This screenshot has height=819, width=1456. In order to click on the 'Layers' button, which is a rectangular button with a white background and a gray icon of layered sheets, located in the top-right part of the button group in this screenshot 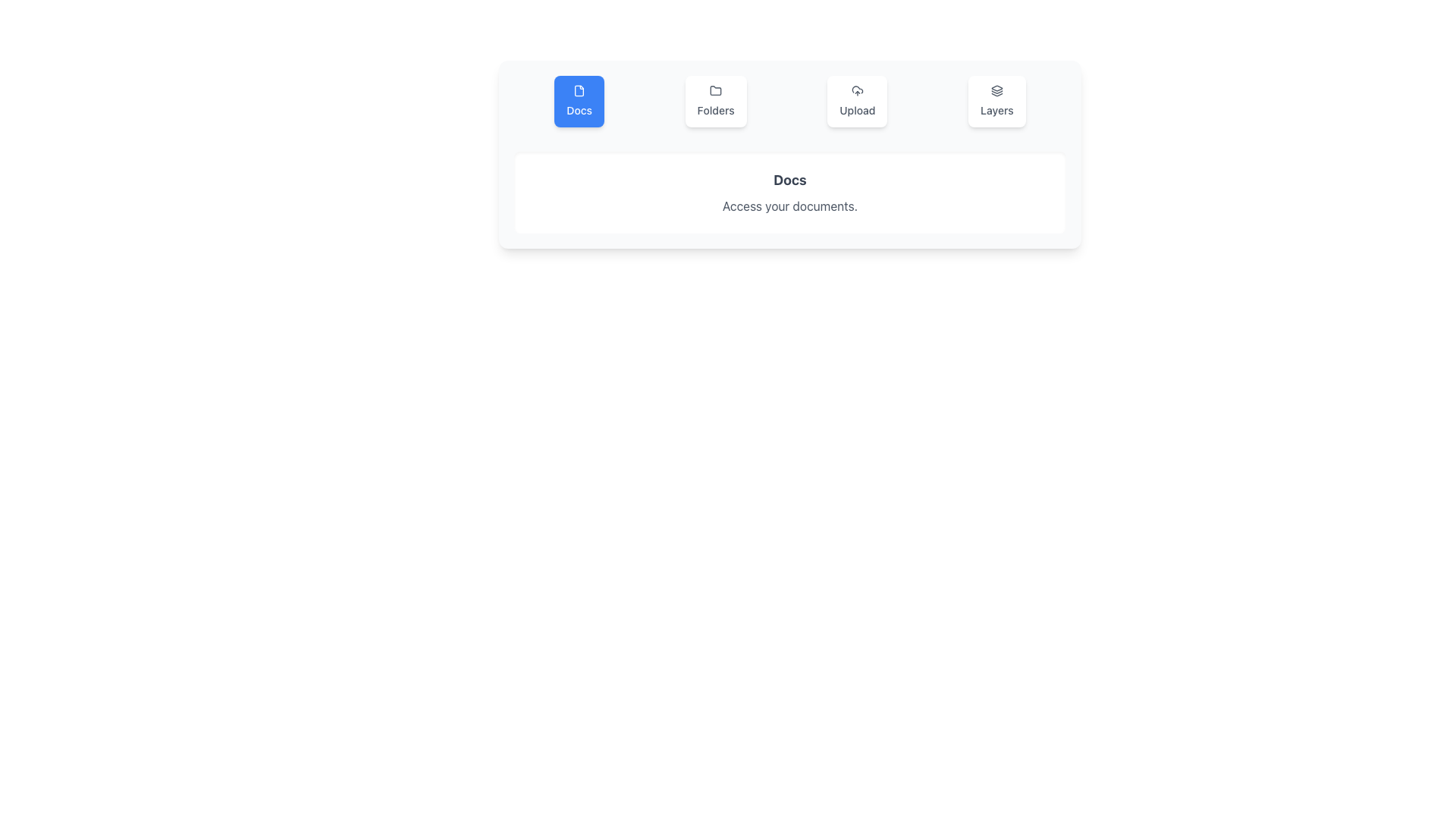, I will do `click(996, 102)`.